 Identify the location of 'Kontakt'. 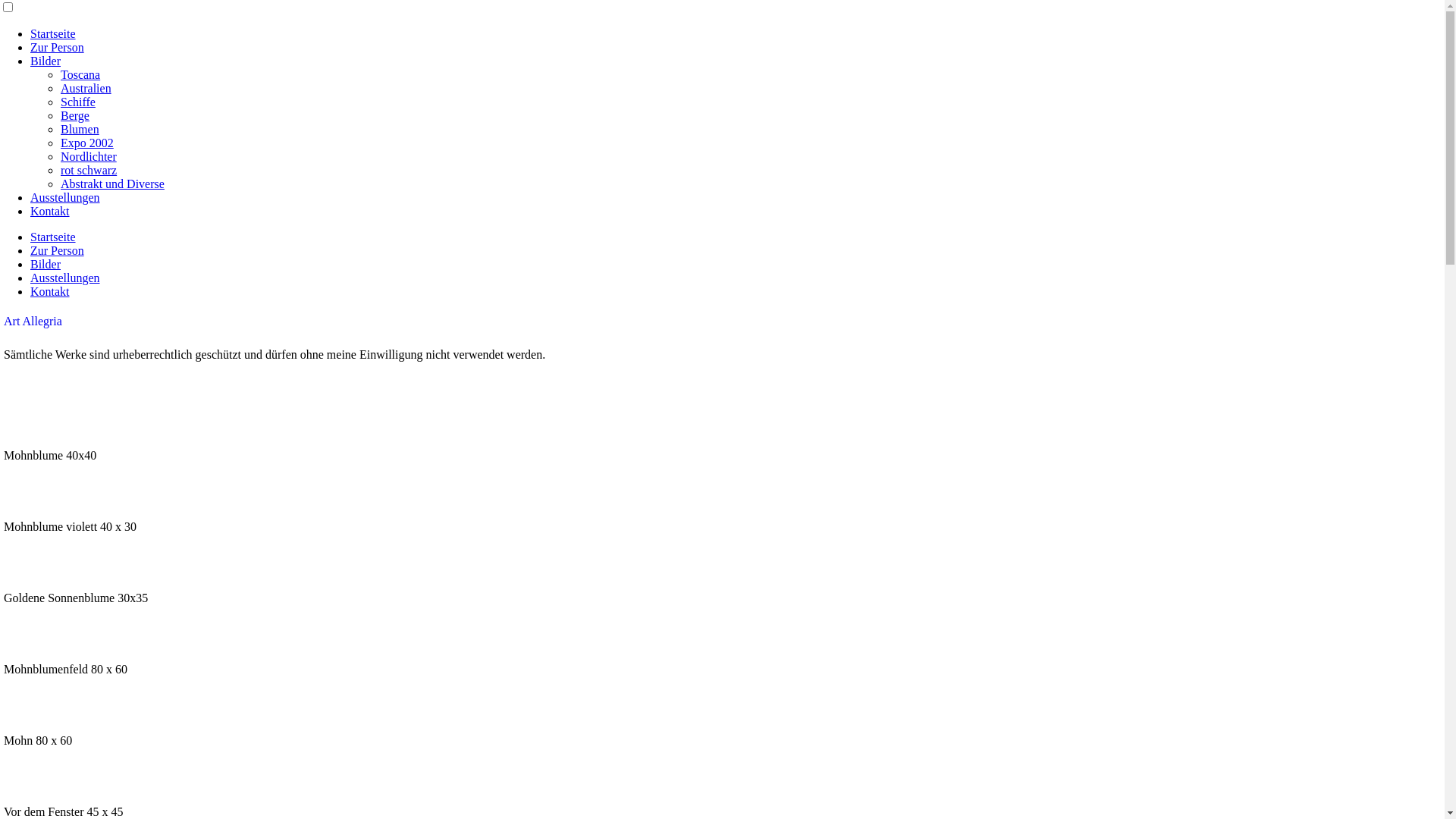
(50, 211).